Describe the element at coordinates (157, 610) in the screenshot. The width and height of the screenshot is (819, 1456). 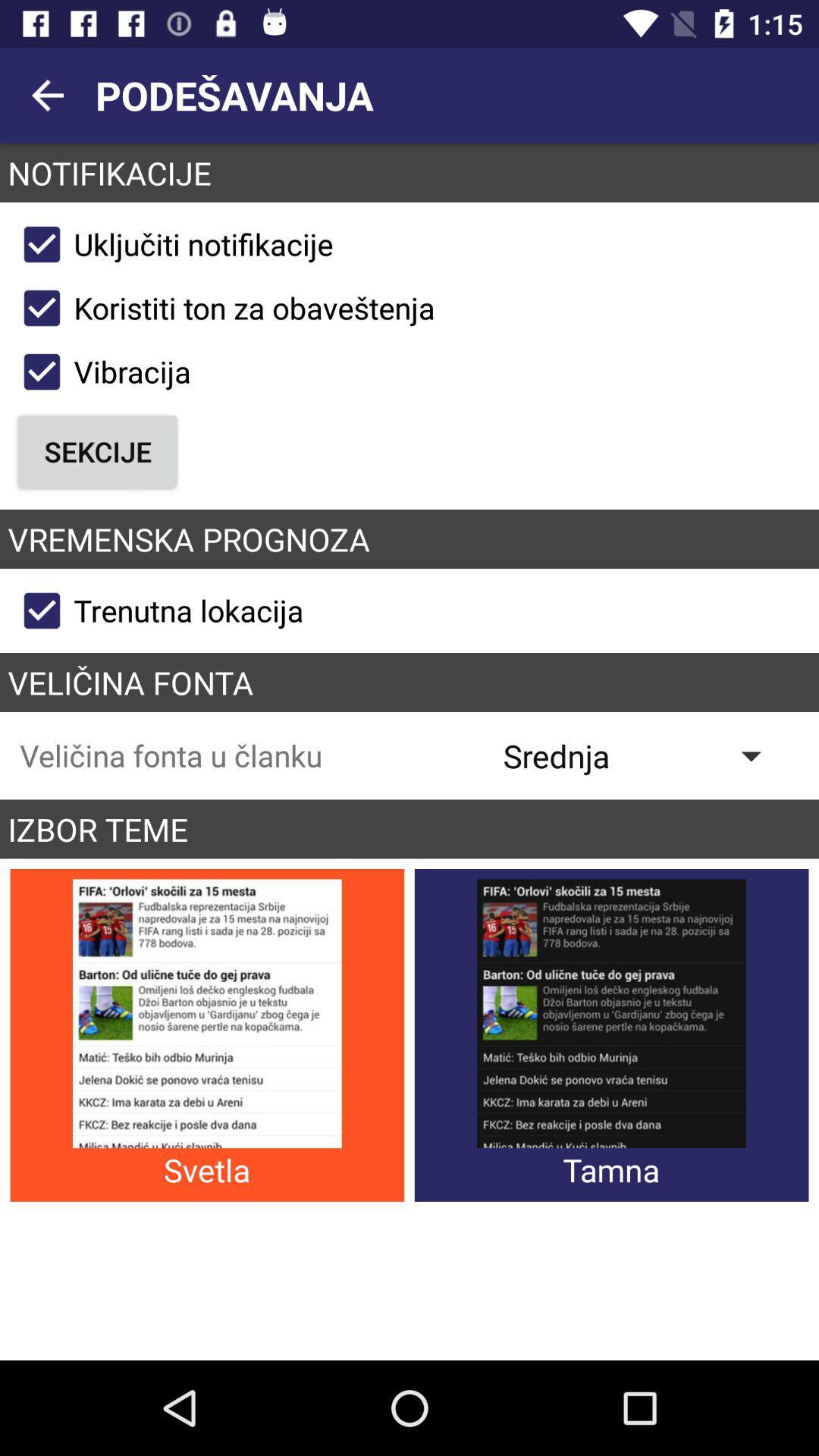
I see `app below the vremenska prognoza item` at that location.